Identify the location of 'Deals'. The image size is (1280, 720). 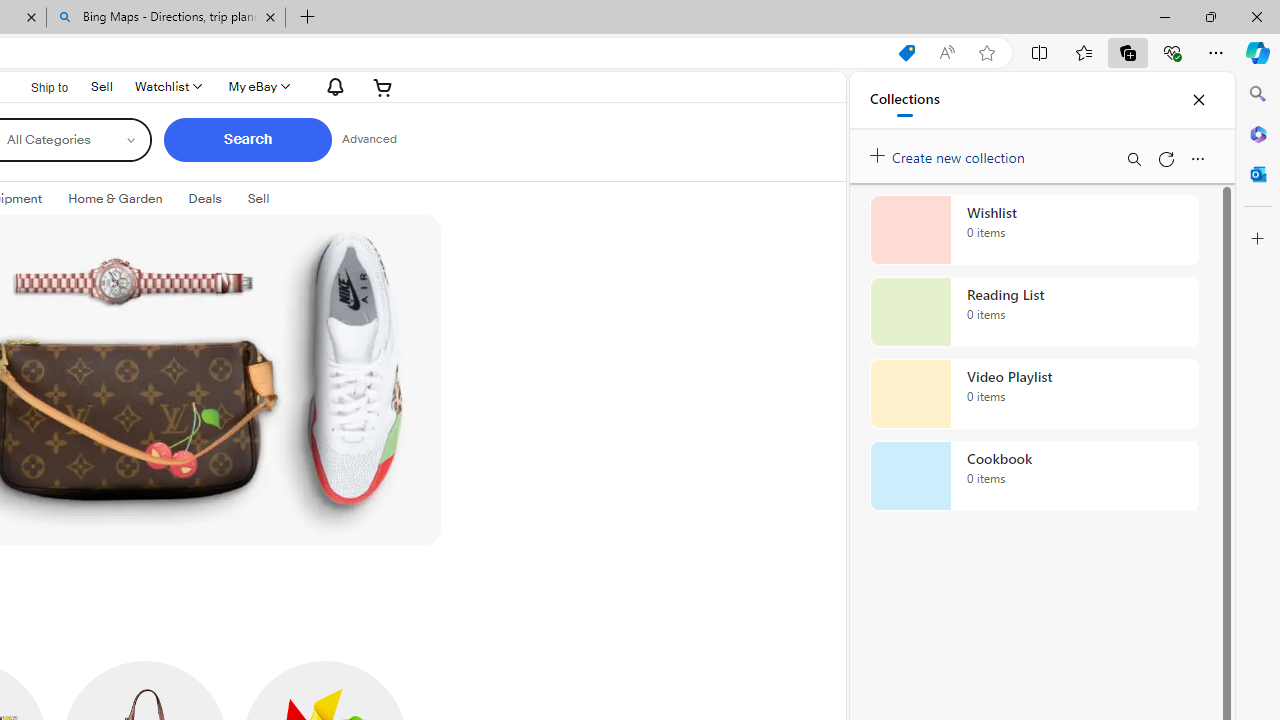
(204, 199).